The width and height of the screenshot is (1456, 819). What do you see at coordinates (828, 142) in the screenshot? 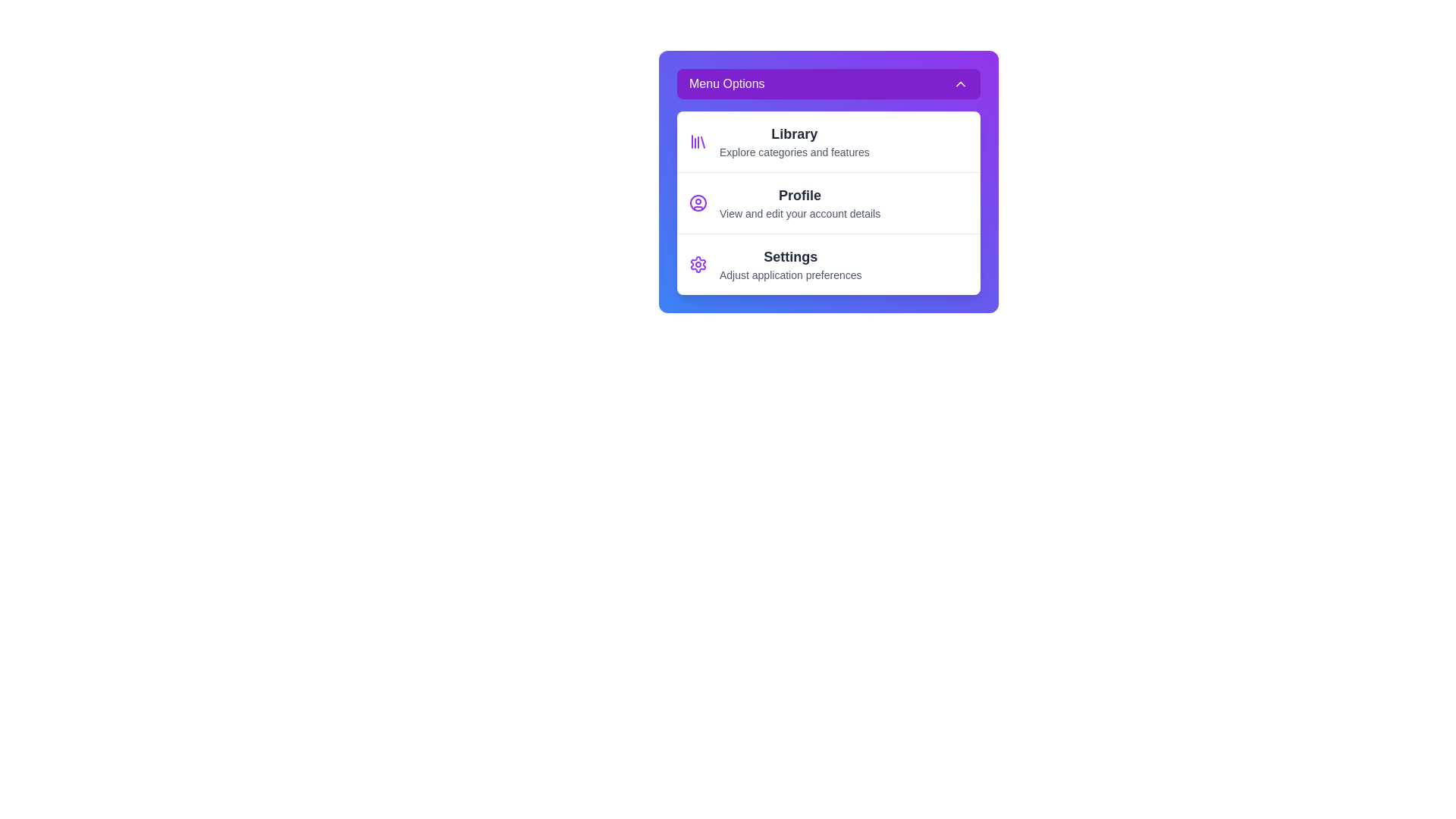
I see `on the 'Library' menu item, which is the first item in the vertical list of menu options, located below 'Menu Options' and above 'Profile'` at bounding box center [828, 142].